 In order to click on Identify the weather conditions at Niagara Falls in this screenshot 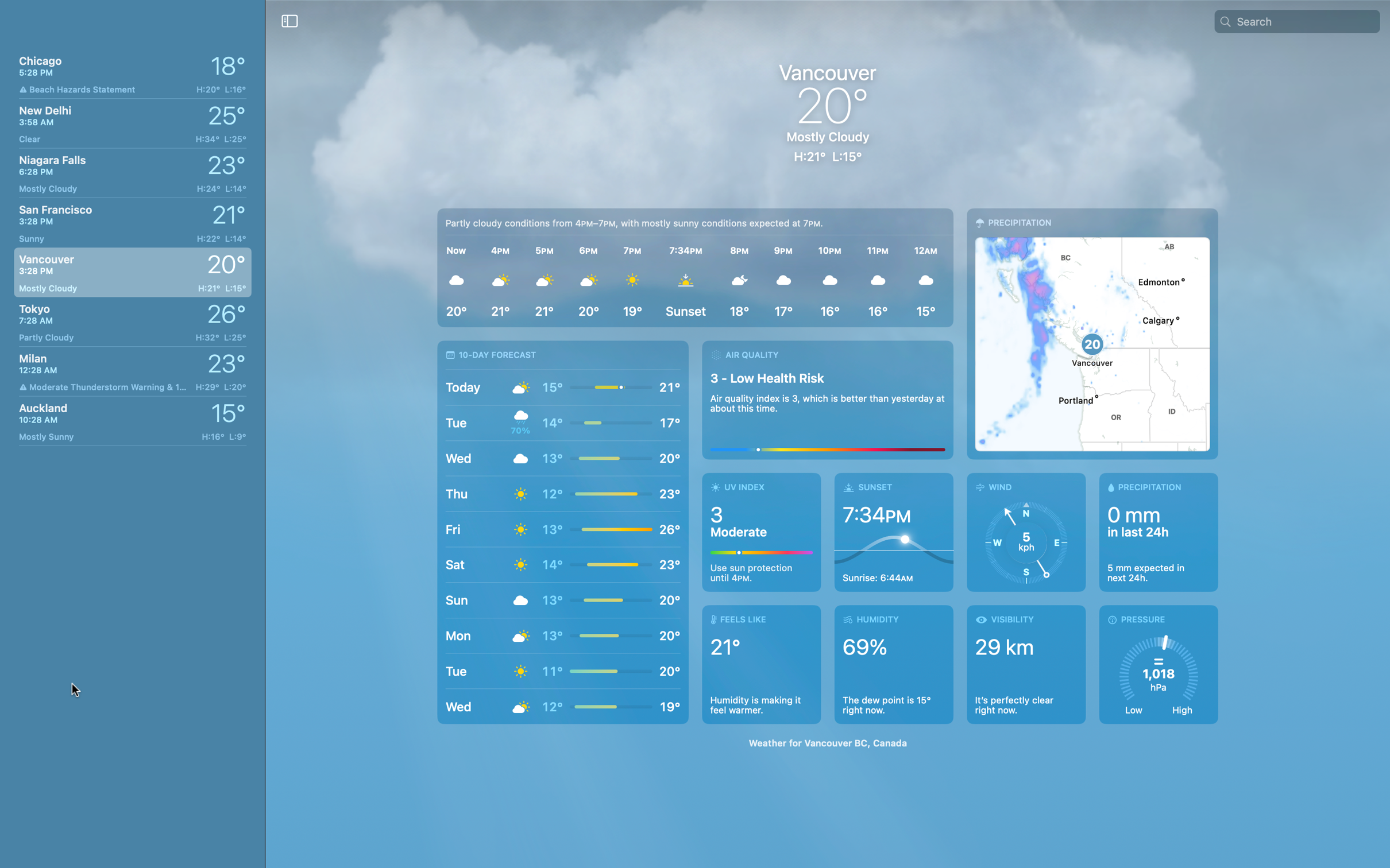, I will do `click(131, 170)`.